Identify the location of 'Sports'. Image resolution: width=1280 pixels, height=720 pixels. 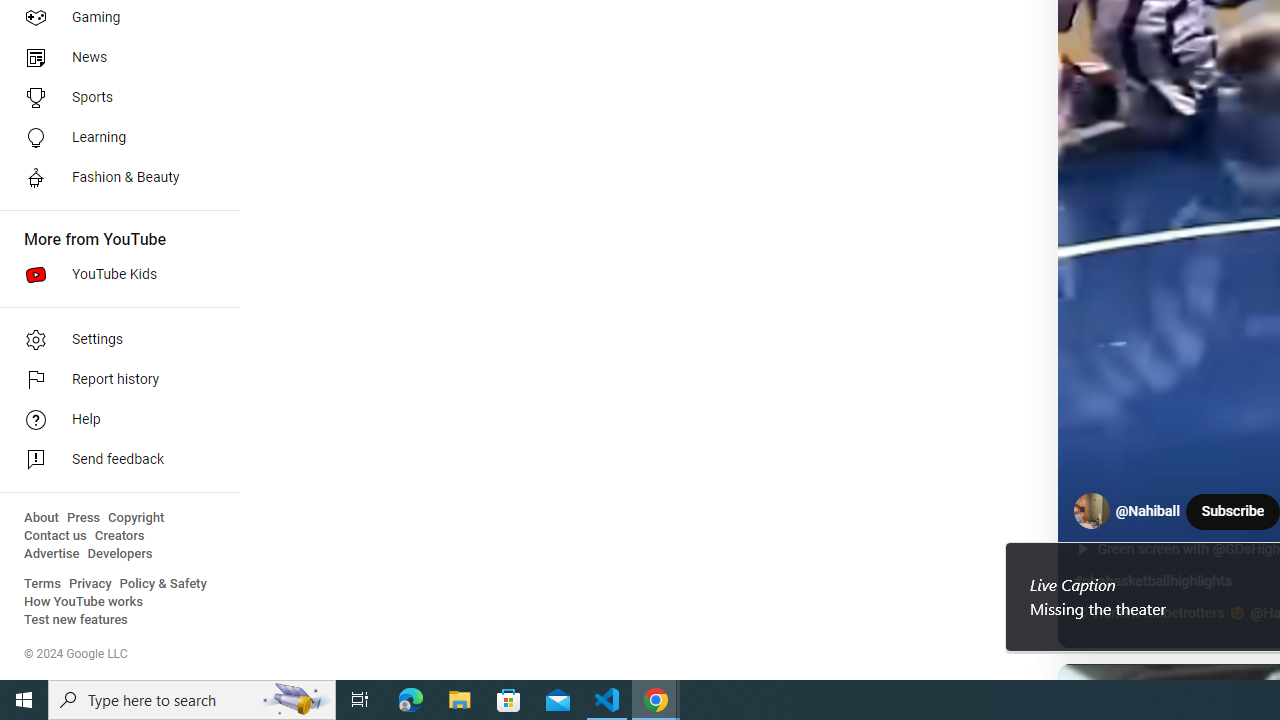
(112, 97).